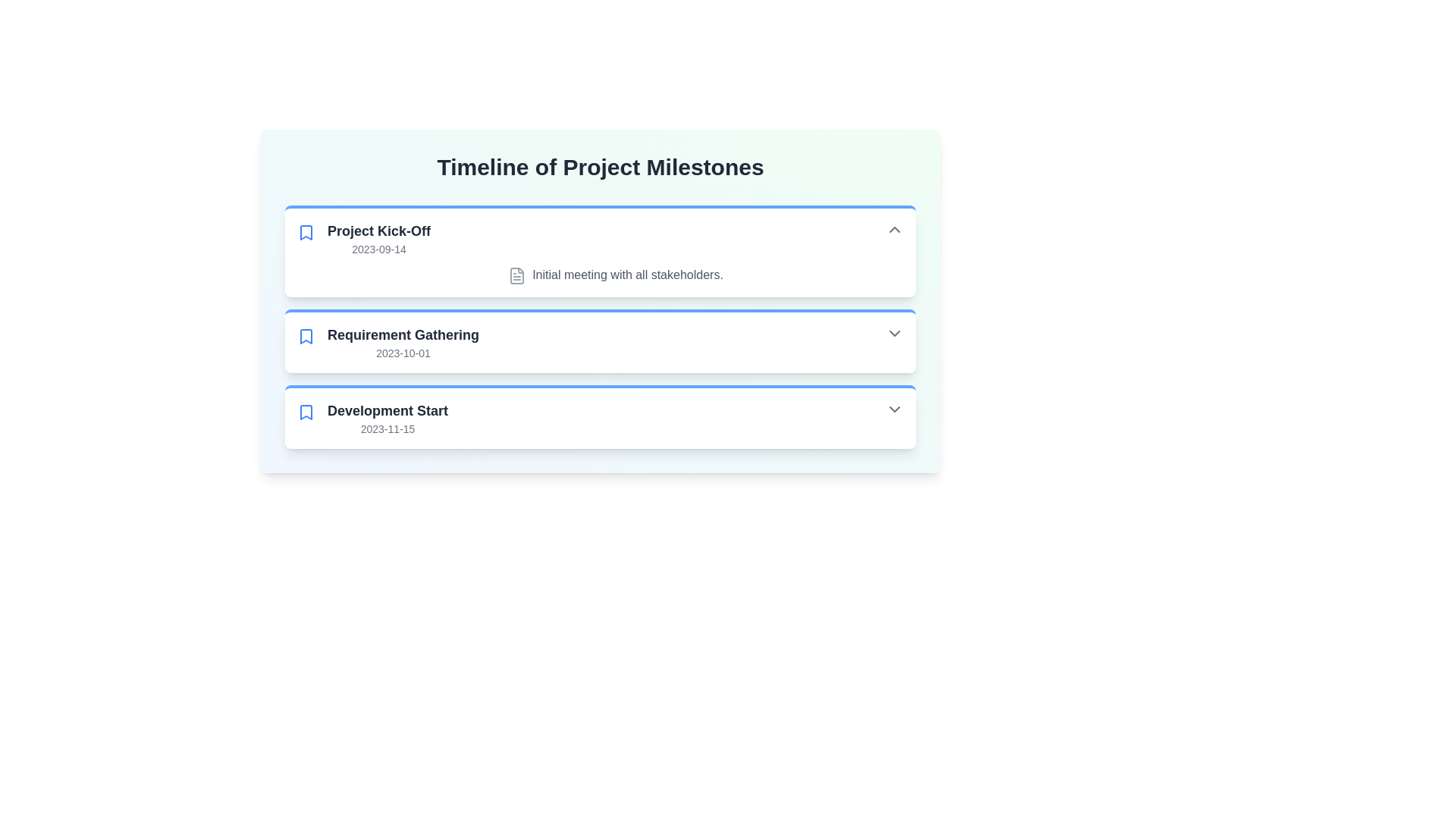 This screenshot has width=1456, height=819. I want to click on the document icon located within the 'Project Kick-Off' milestone card, which is associated with the 'Initial meeting with all stakeholders' description, so click(517, 275).